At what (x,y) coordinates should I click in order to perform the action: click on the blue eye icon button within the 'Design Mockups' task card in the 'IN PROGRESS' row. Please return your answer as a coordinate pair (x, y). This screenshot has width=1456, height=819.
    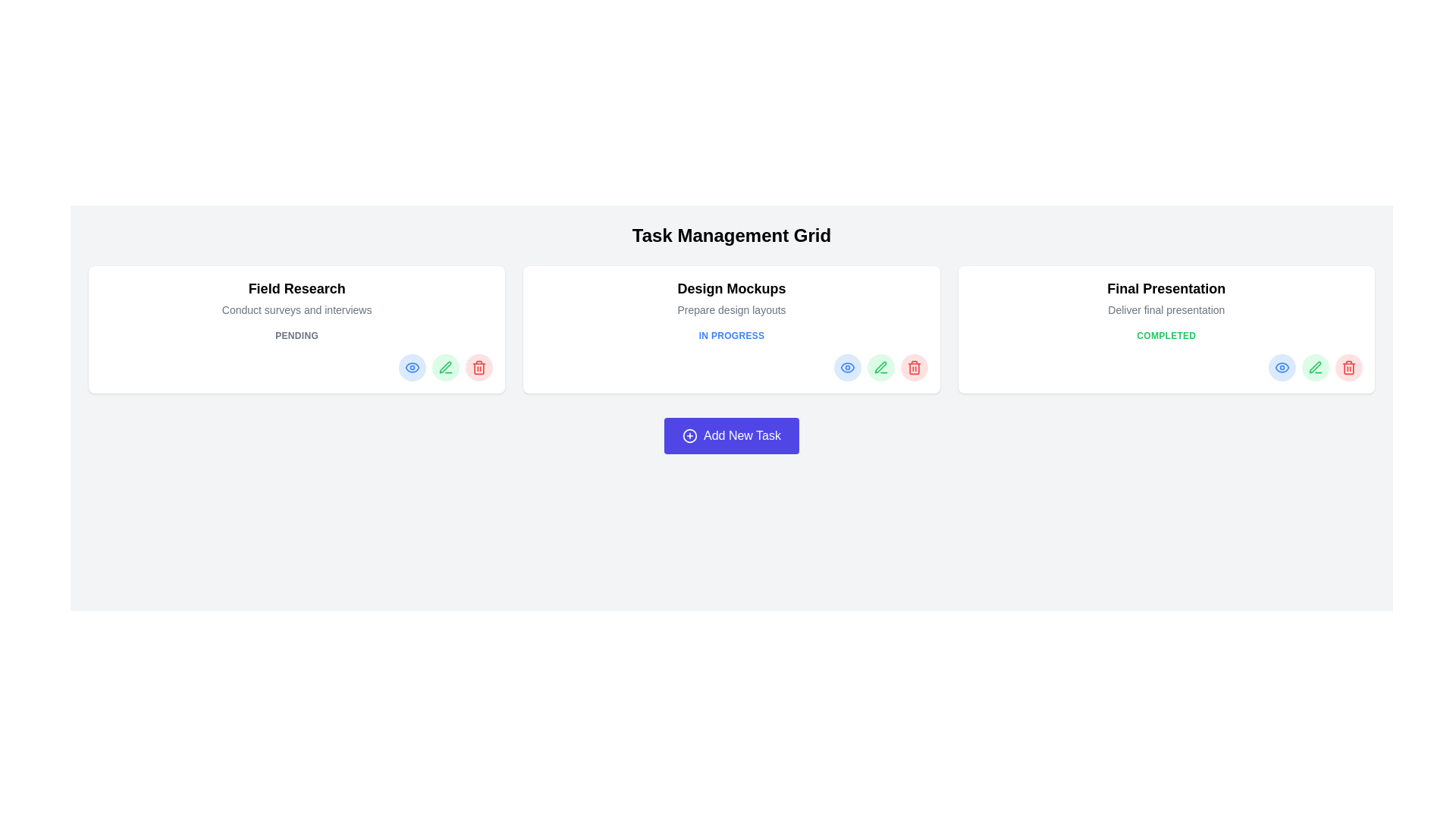
    Looking at the image, I should click on (846, 368).